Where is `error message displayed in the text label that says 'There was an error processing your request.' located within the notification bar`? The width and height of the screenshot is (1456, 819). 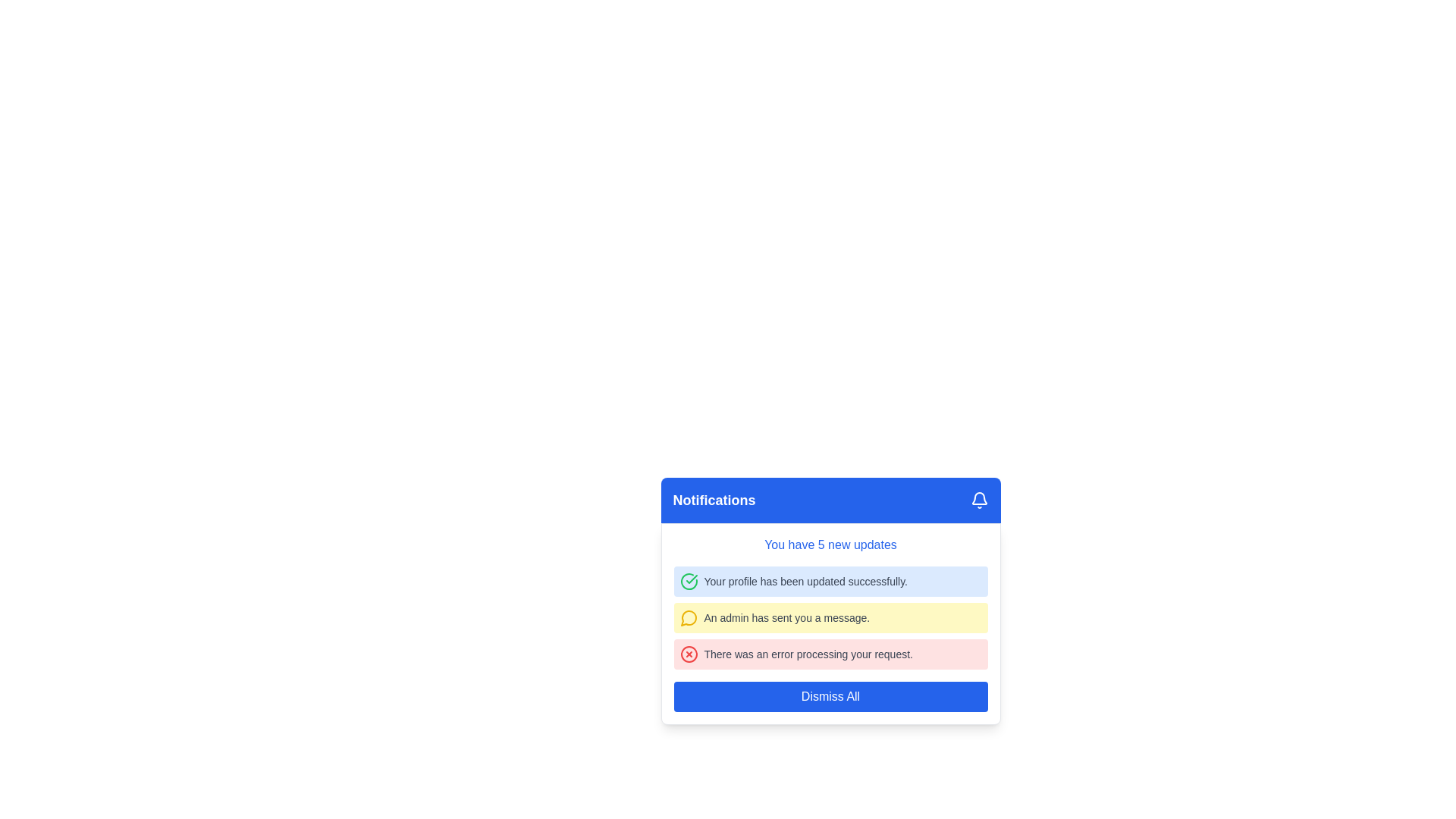 error message displayed in the text label that says 'There was an error processing your request.' located within the notification bar is located at coordinates (808, 654).